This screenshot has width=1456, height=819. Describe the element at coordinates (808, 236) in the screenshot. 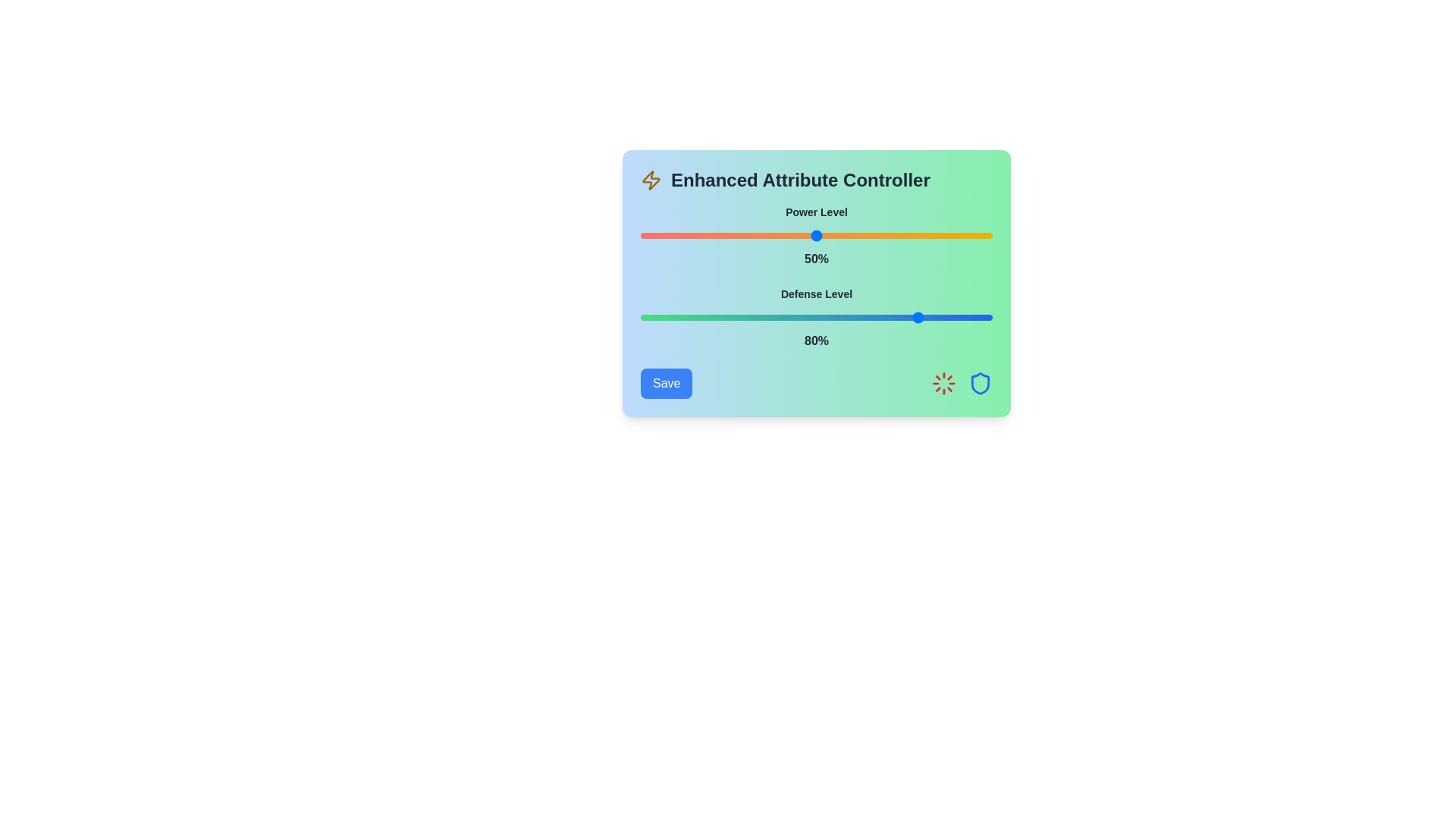

I see `the Power Level slider to 48%` at that location.